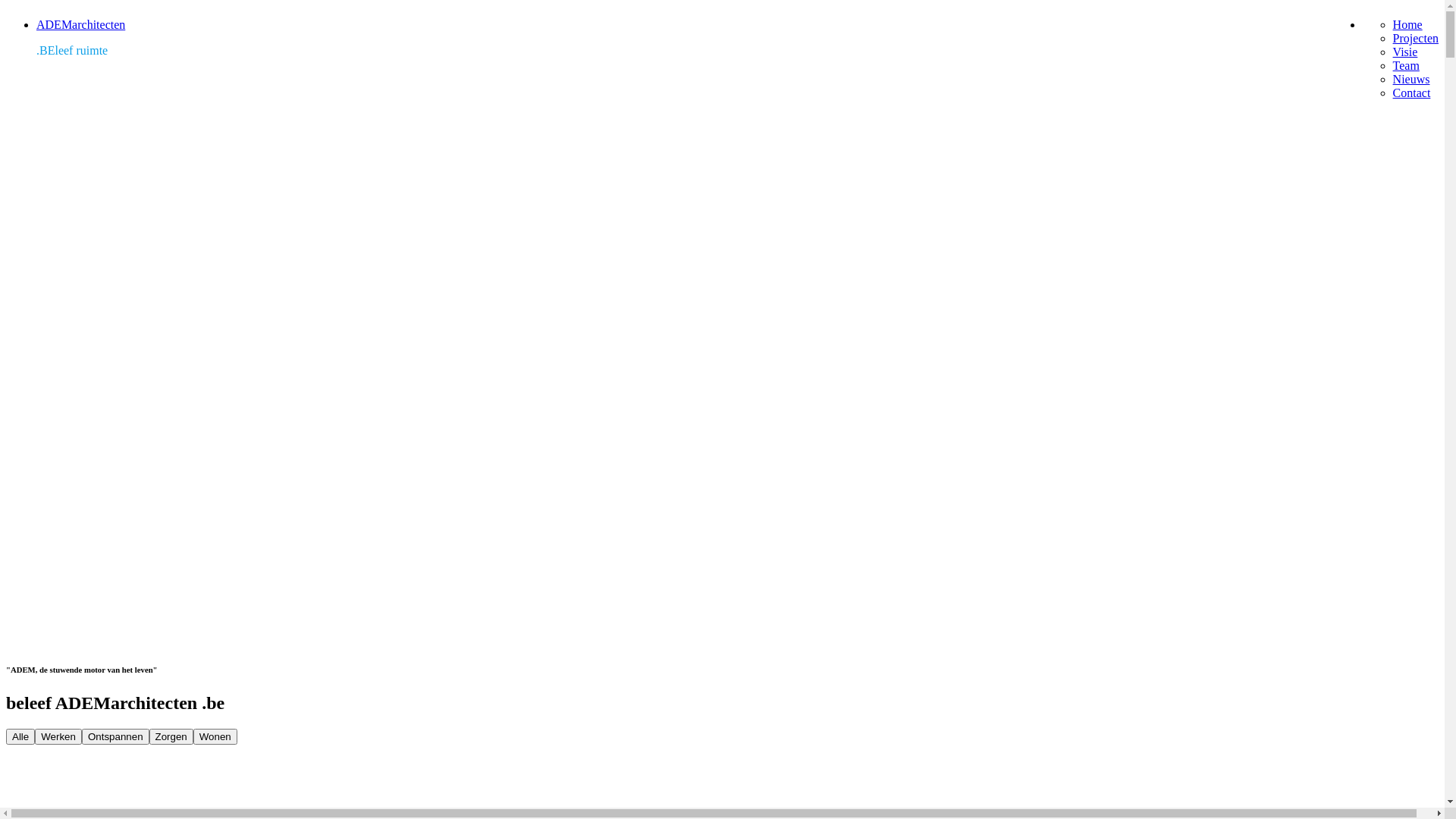  I want to click on 'Werken', so click(58, 736).